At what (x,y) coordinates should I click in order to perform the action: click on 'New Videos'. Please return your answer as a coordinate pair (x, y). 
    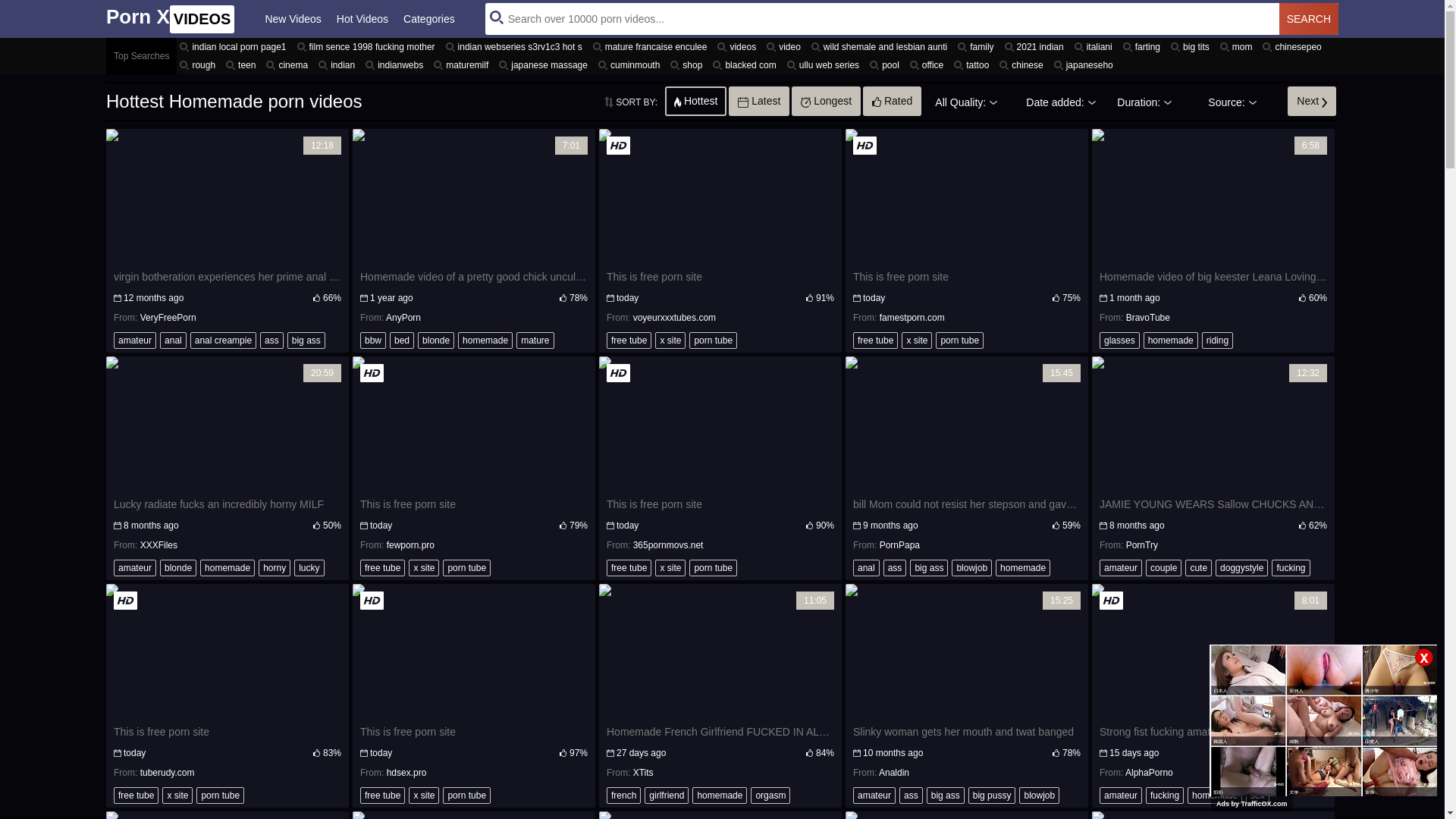
    Looking at the image, I should click on (292, 18).